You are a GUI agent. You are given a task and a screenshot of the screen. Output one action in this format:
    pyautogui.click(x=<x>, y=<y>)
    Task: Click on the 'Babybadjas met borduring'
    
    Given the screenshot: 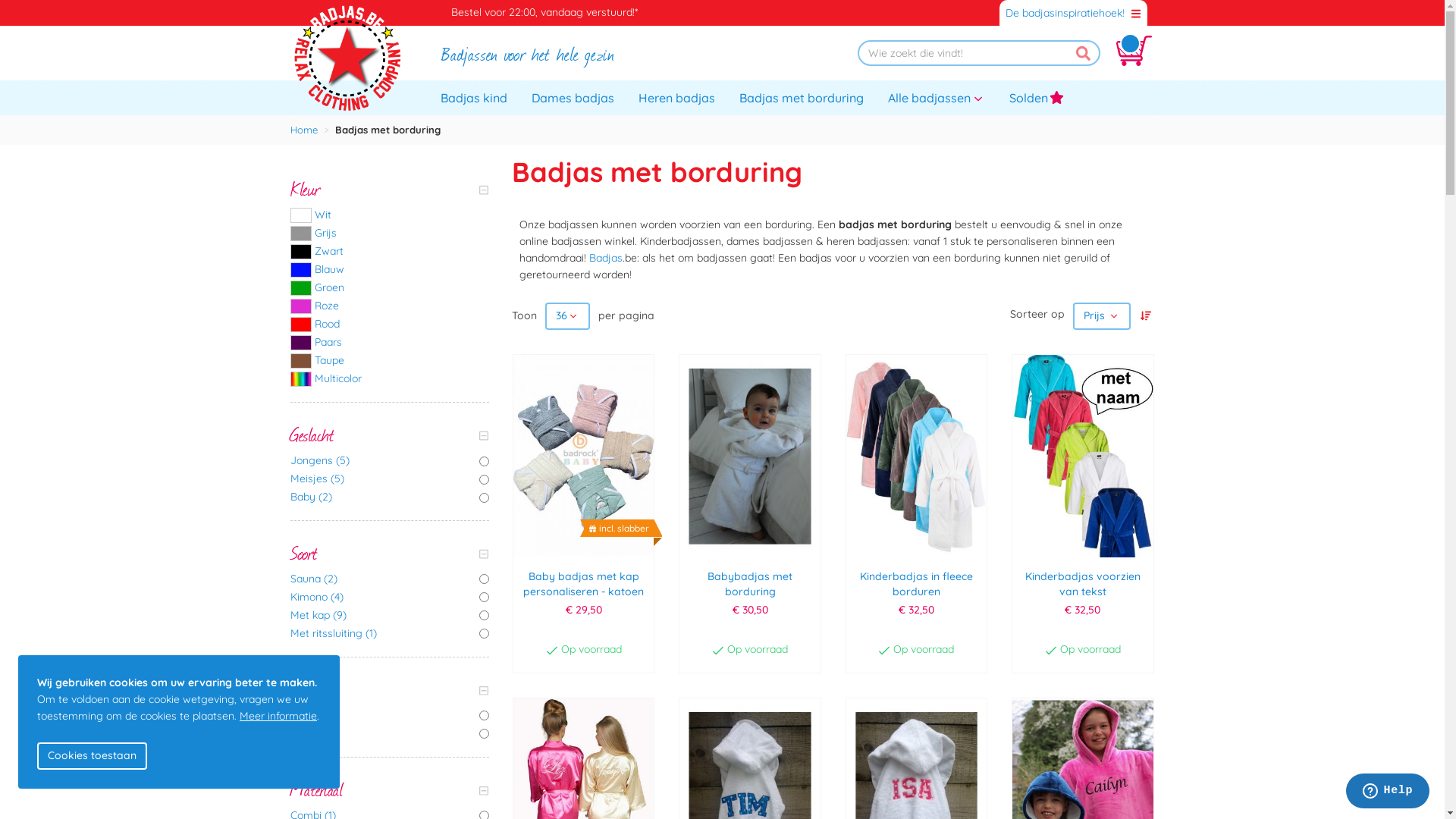 What is the action you would take?
    pyautogui.click(x=749, y=585)
    